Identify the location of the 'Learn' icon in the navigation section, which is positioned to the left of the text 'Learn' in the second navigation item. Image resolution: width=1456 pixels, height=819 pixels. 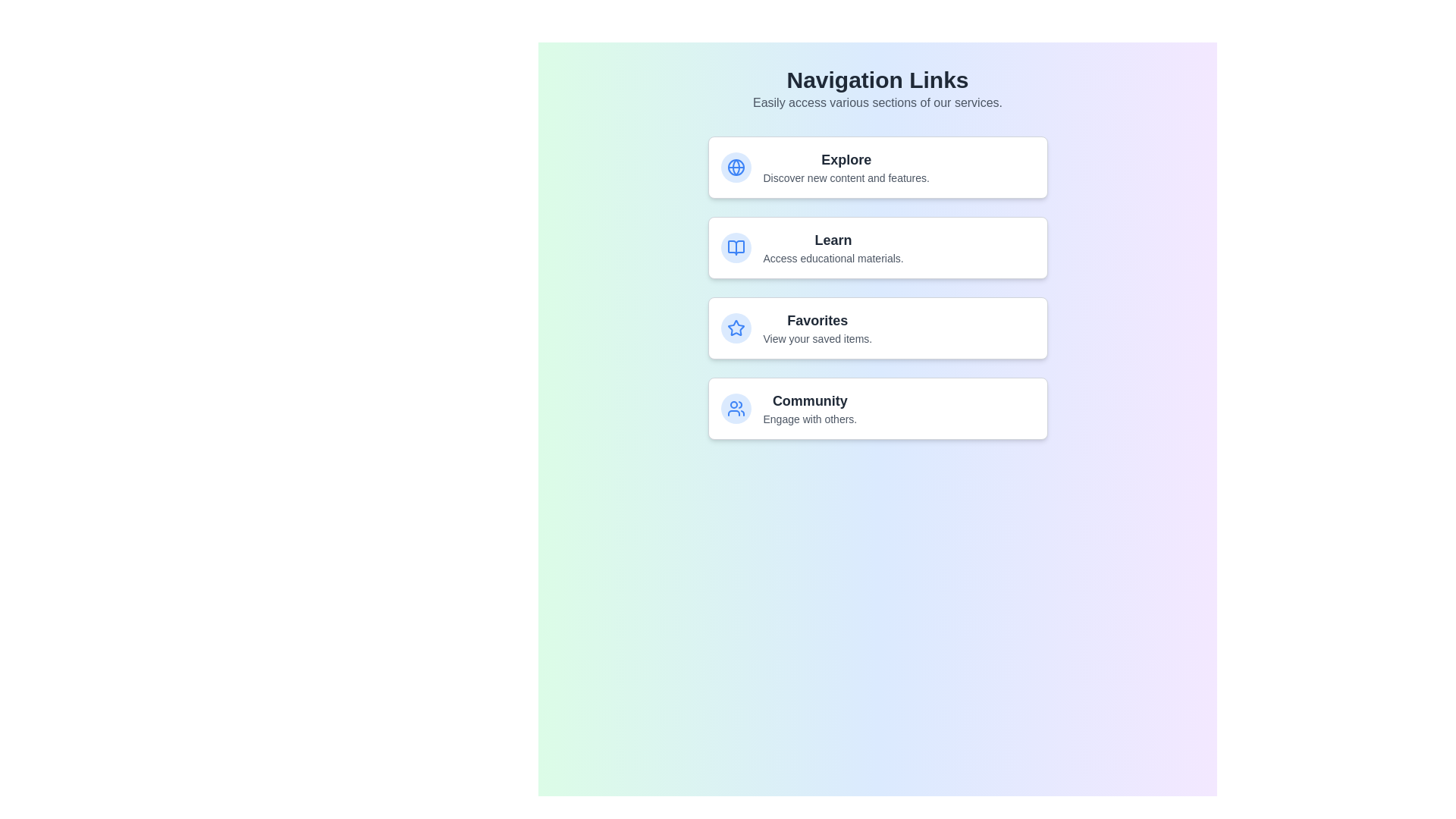
(736, 247).